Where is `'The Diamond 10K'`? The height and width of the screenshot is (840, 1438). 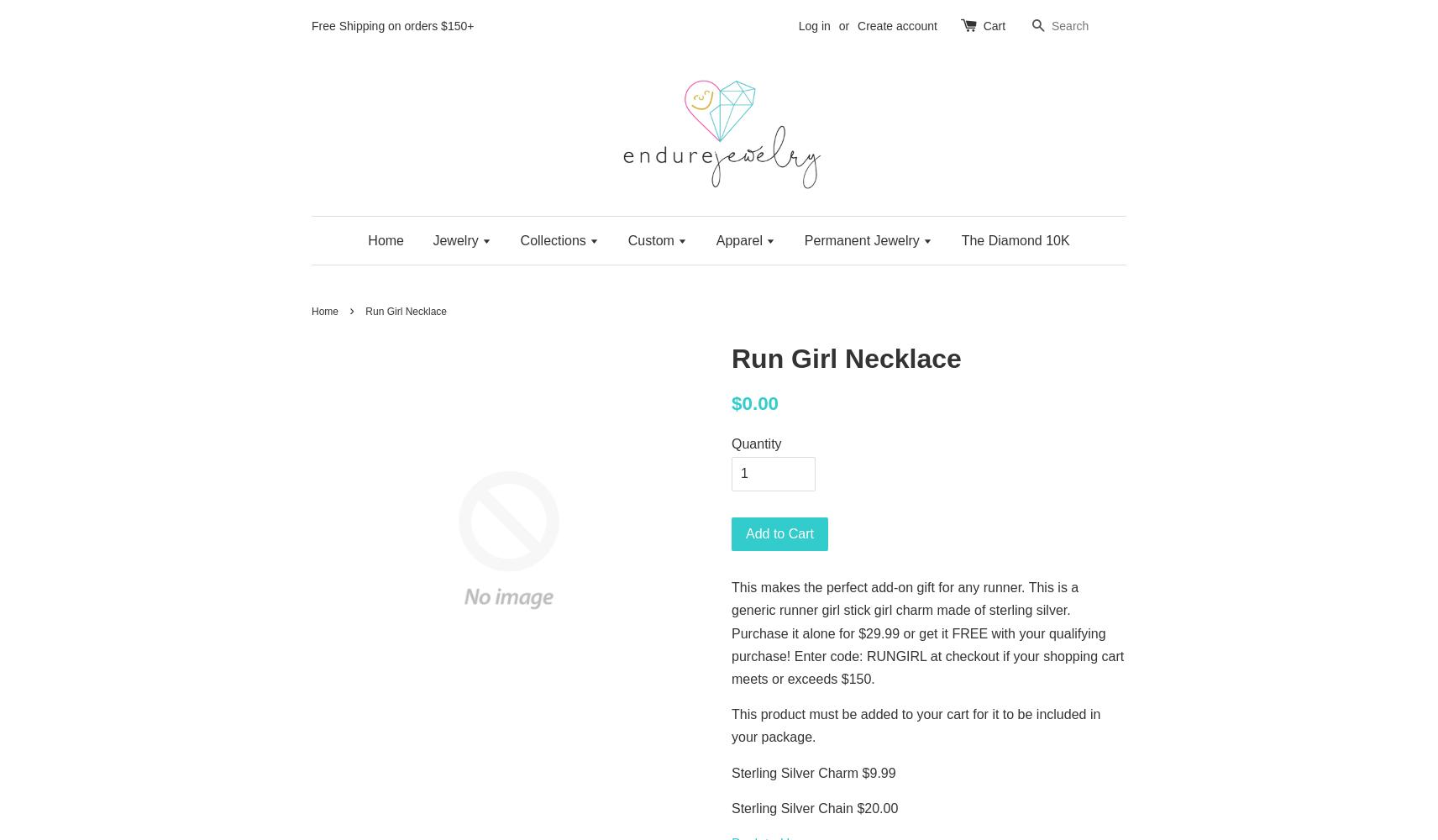 'The Diamond 10K' is located at coordinates (1015, 239).